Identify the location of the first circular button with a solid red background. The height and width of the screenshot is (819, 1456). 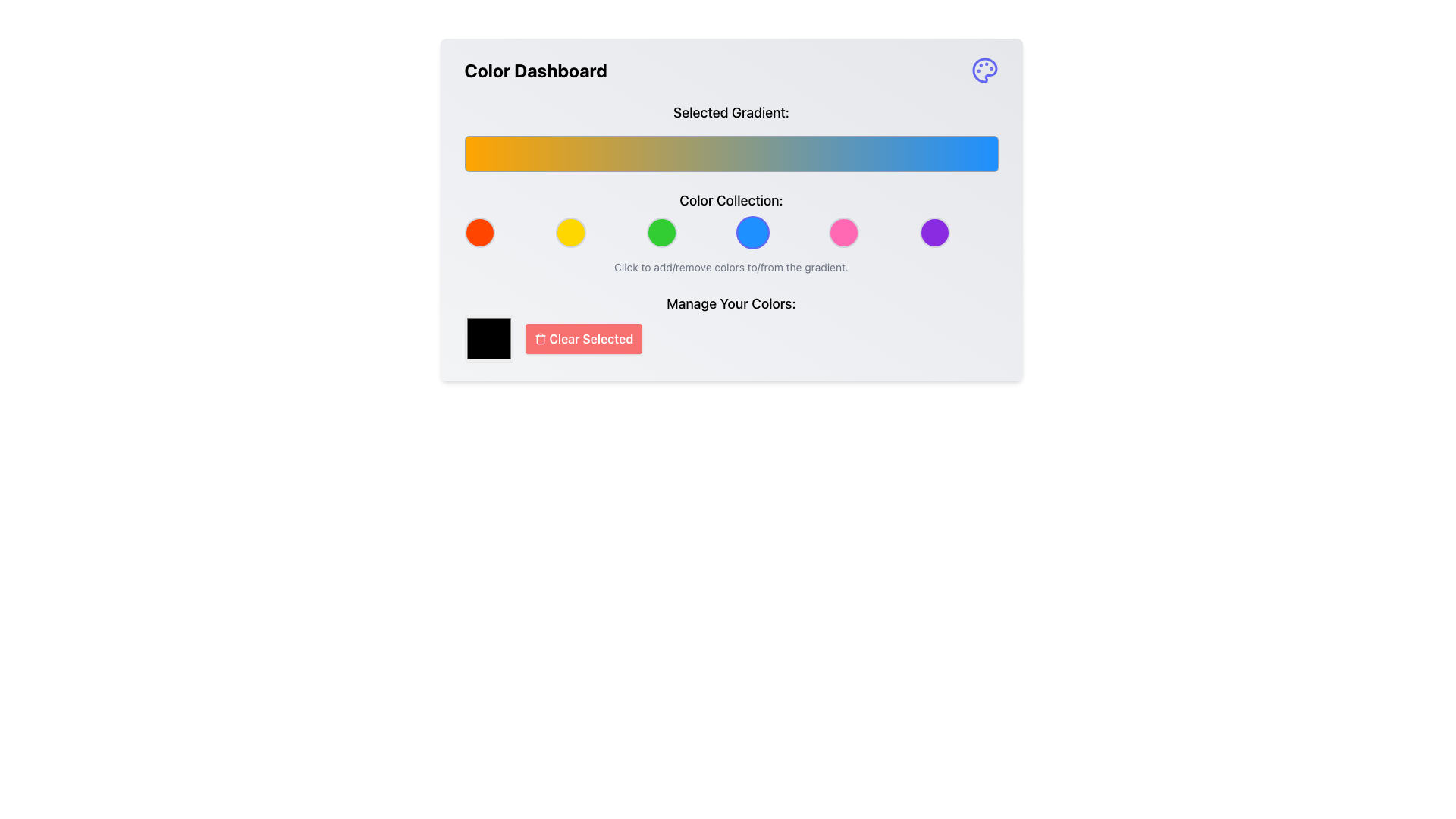
(479, 233).